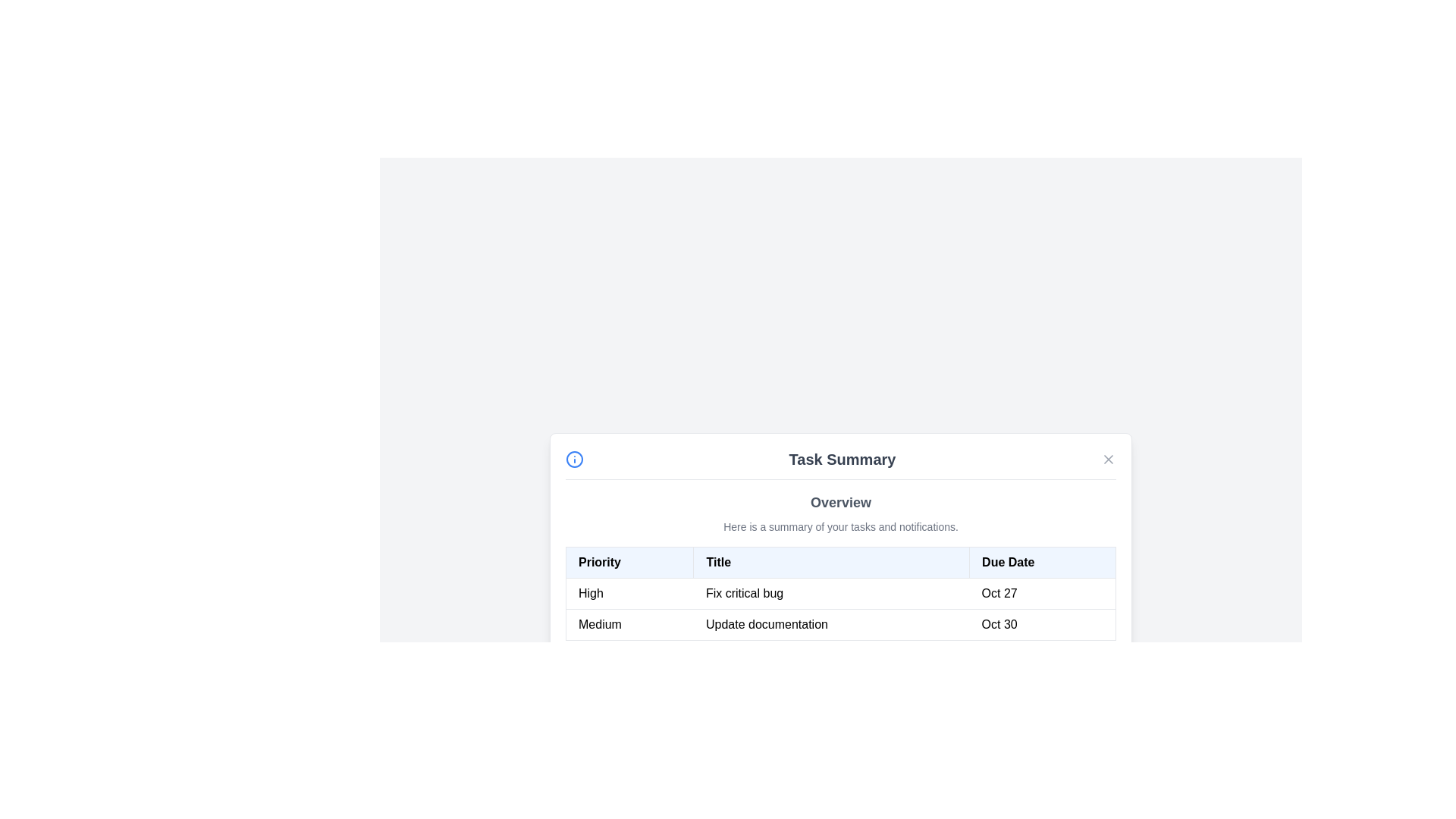  I want to click on the text element that serves as a brief descriptive summary about the current section, specifically located below the 'Overview' heading and above the task information table, so click(839, 526).